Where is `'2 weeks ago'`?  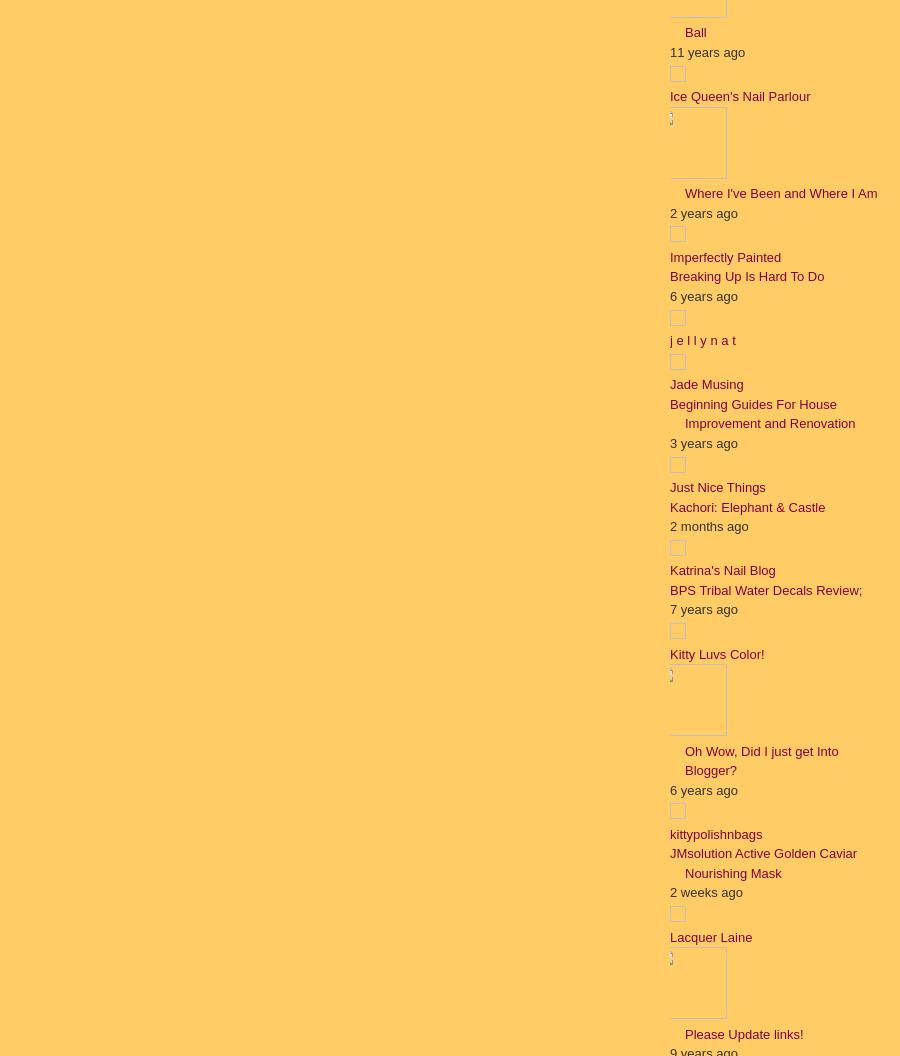
'2 weeks ago' is located at coordinates (705, 891).